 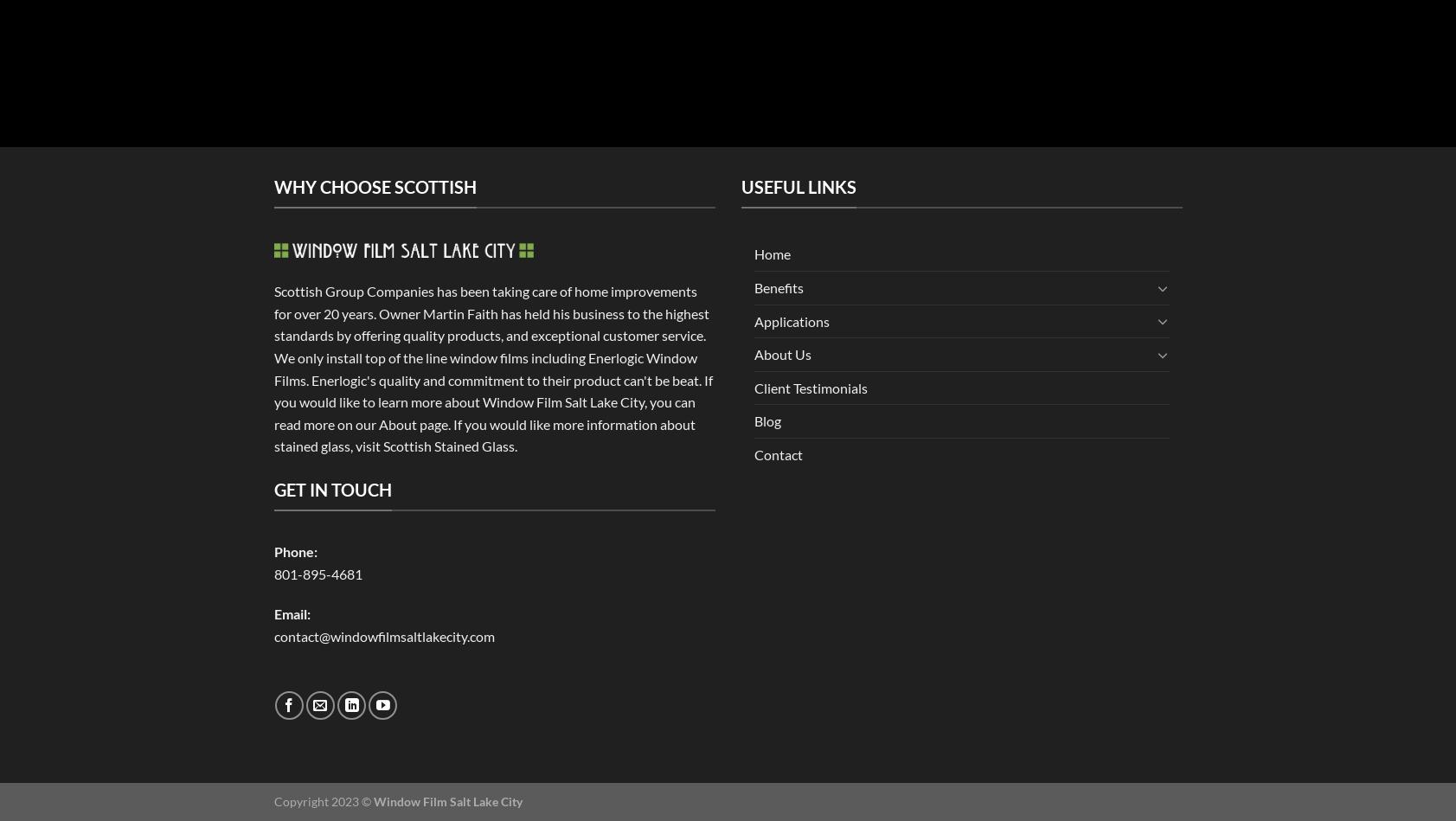 I want to click on 'Scottish Group Companies has been taking care of home improvements for over 20 years. Owner Martin Faith has held his business to the highest standards by offering quality products, and exceptional customer service. We only install top of the line window films including Enerlogic Window Films. Enerlogic's quality and commitment to their product can't be beat. If you would like to learn more about Window Film Salt Lake City, you can read more on our About page. If you would like more information about stained glass, visit Scottish Stained Glass.', so click(x=491, y=369).